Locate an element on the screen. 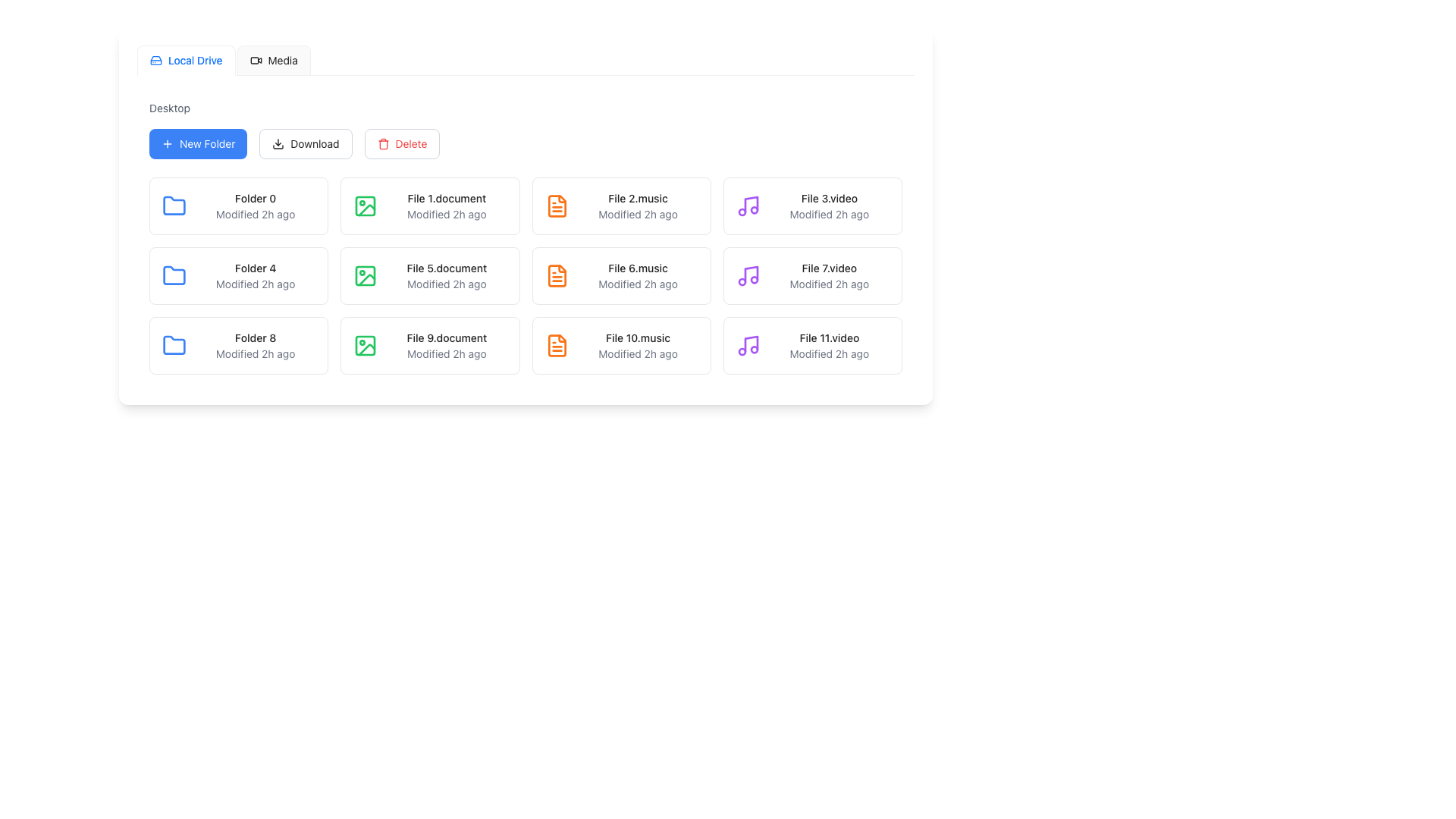 Image resolution: width=1456 pixels, height=819 pixels. the File entry display row labeled 'File 2.music' is located at coordinates (621, 206).